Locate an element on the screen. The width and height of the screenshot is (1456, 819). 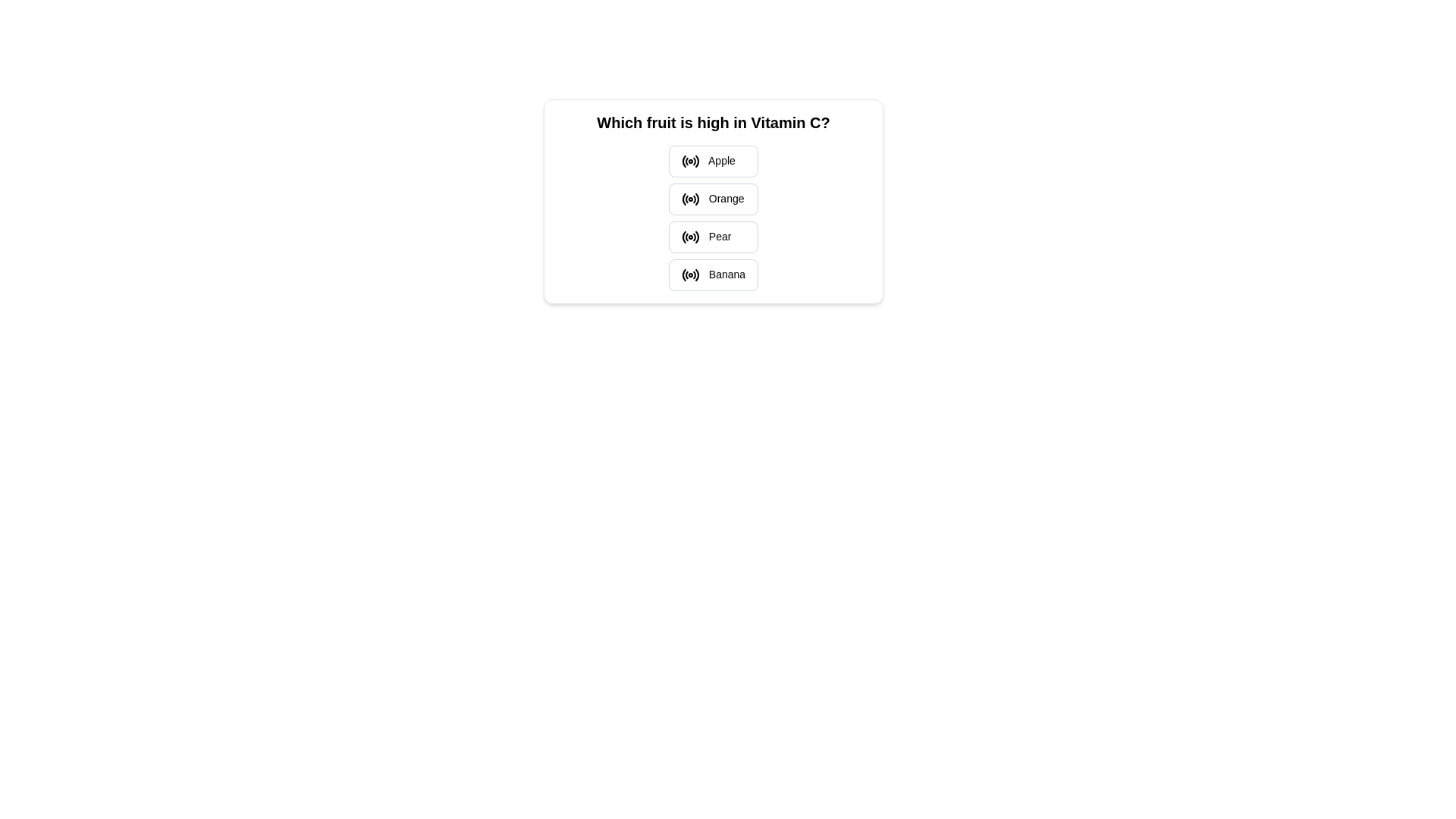
the 'Pear' radio button option is located at coordinates (712, 237).